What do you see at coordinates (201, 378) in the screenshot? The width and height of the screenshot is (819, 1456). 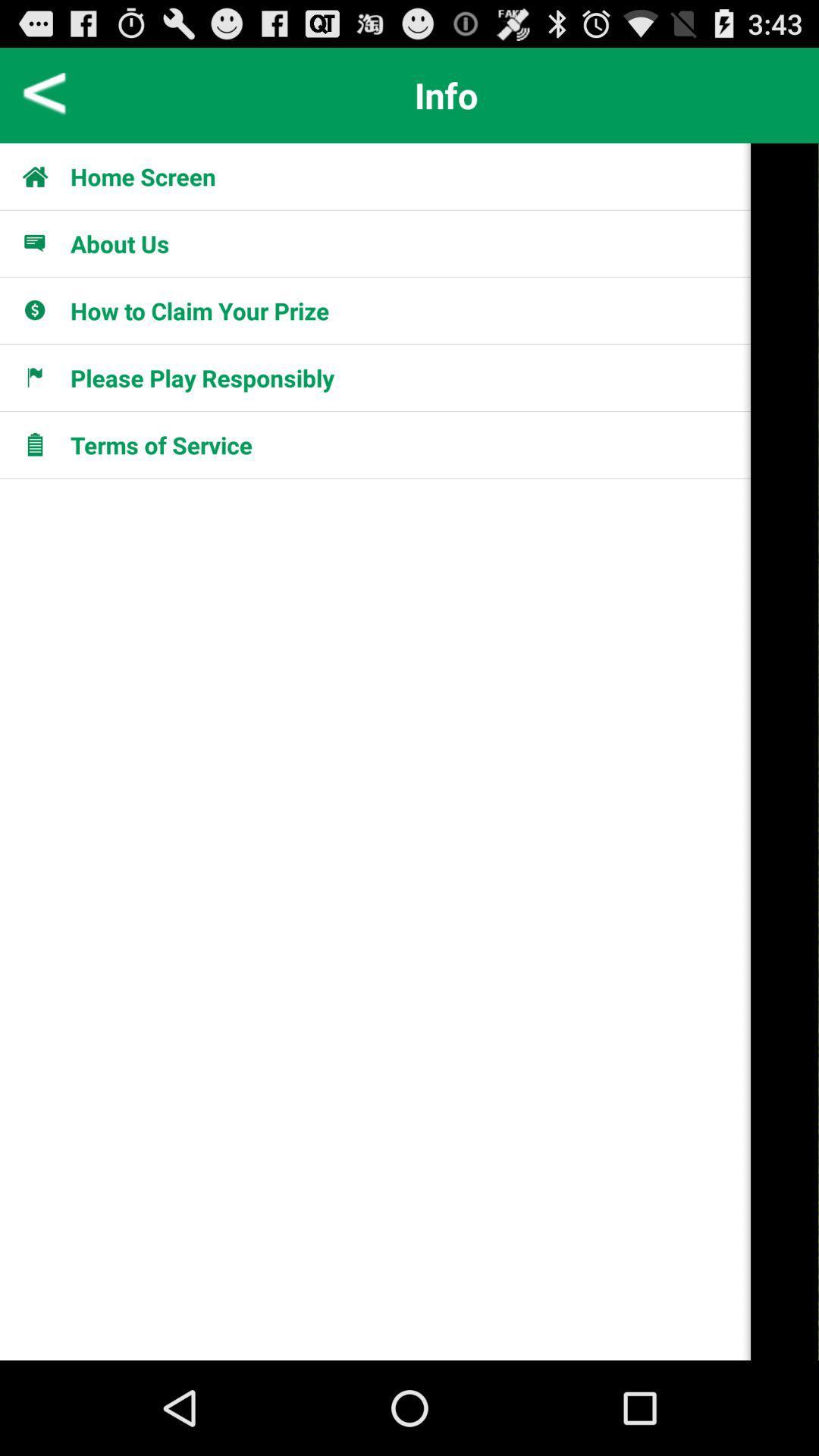 I see `icon above the terms of service app` at bounding box center [201, 378].